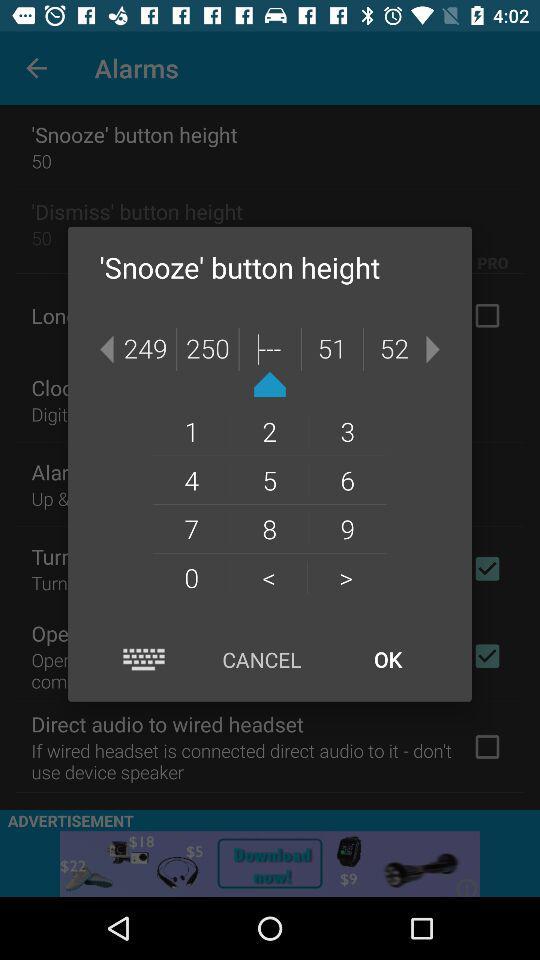 The image size is (540, 960). Describe the element at coordinates (346, 527) in the screenshot. I see `icon below the 5 icon` at that location.